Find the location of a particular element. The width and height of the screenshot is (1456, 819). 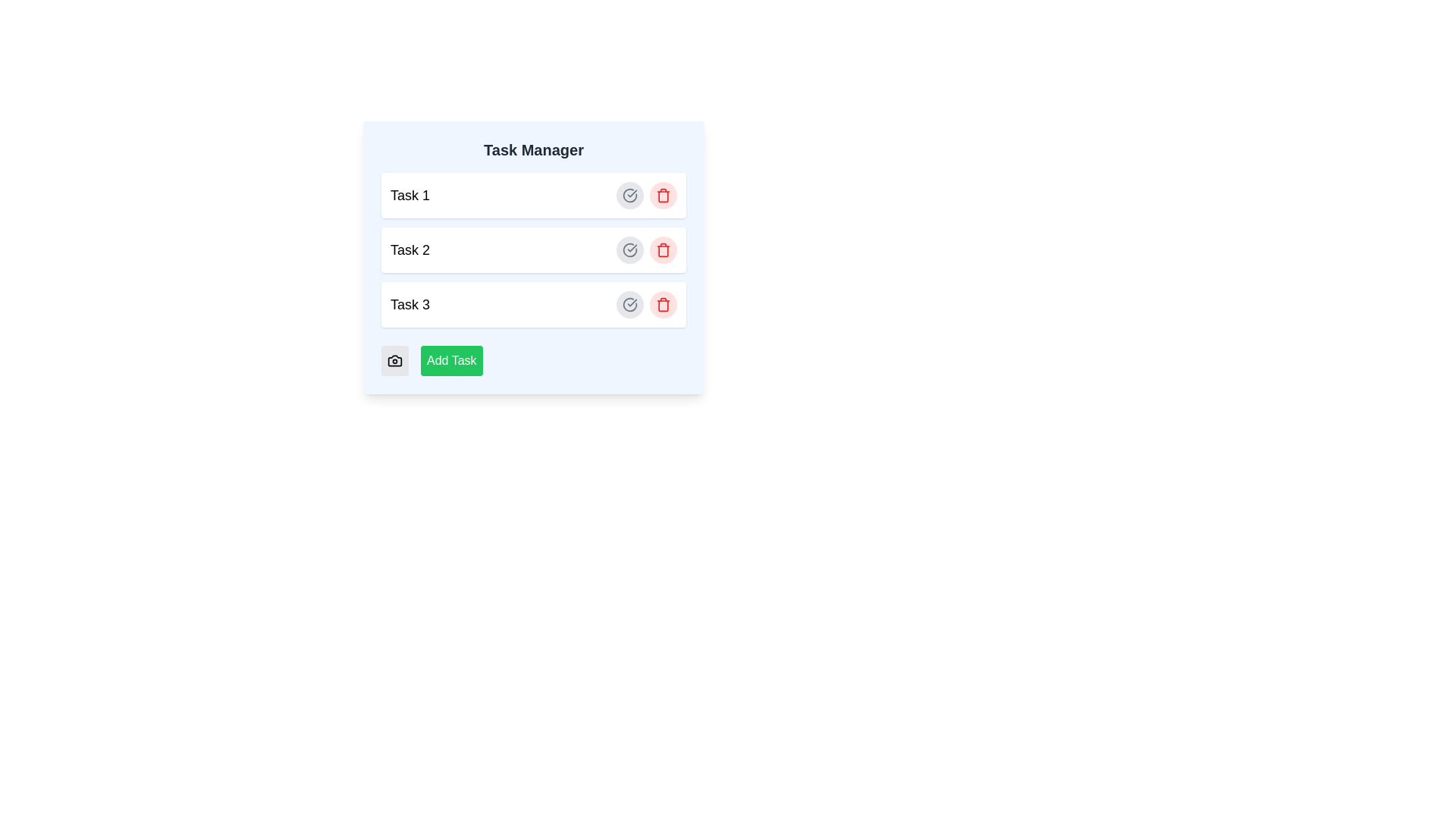

the delete button located to the far right of the row labeled 'Task 2' in the vertically stacked list is located at coordinates (663, 249).